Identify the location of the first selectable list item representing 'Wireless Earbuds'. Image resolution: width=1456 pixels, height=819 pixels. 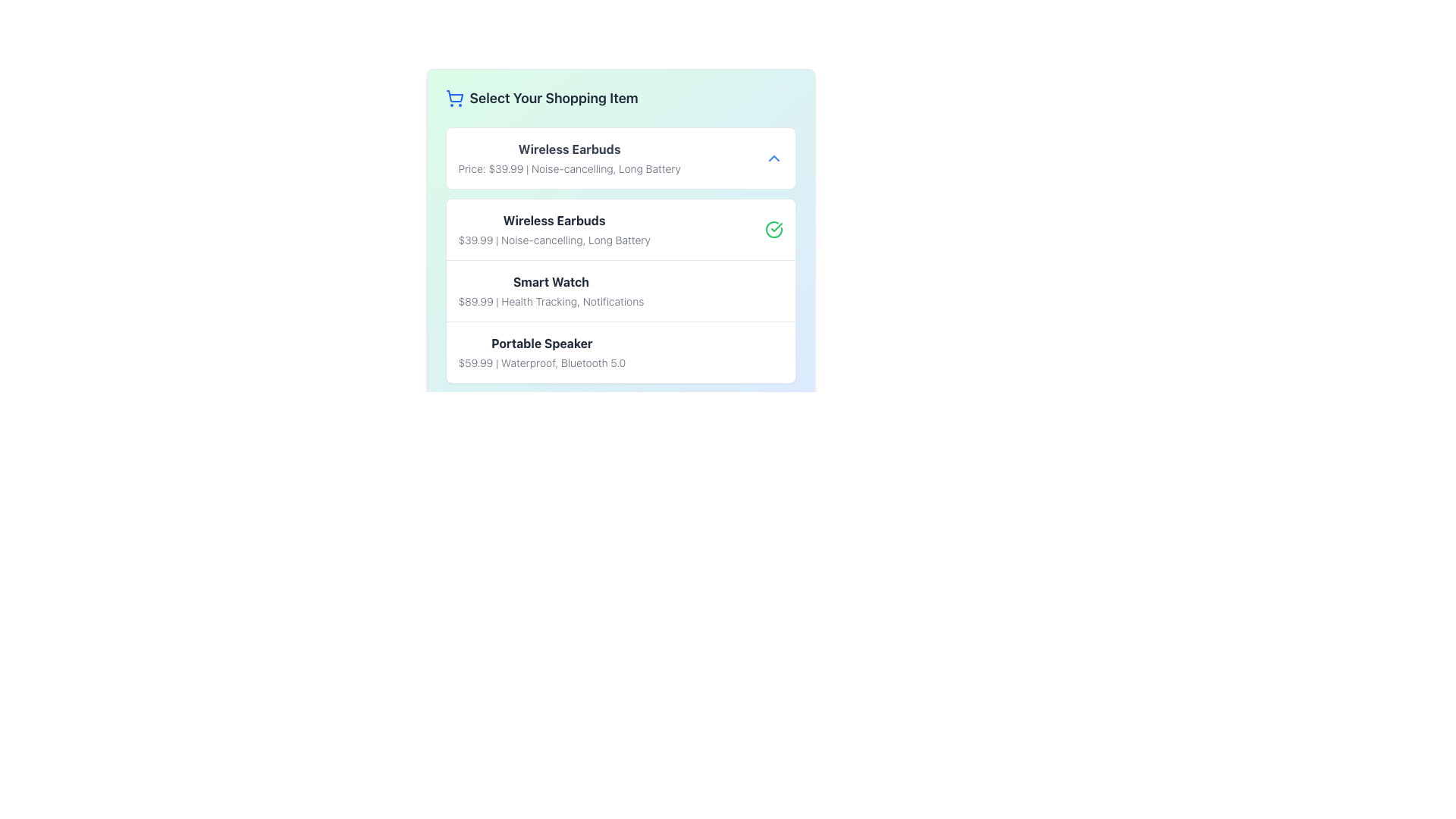
(620, 230).